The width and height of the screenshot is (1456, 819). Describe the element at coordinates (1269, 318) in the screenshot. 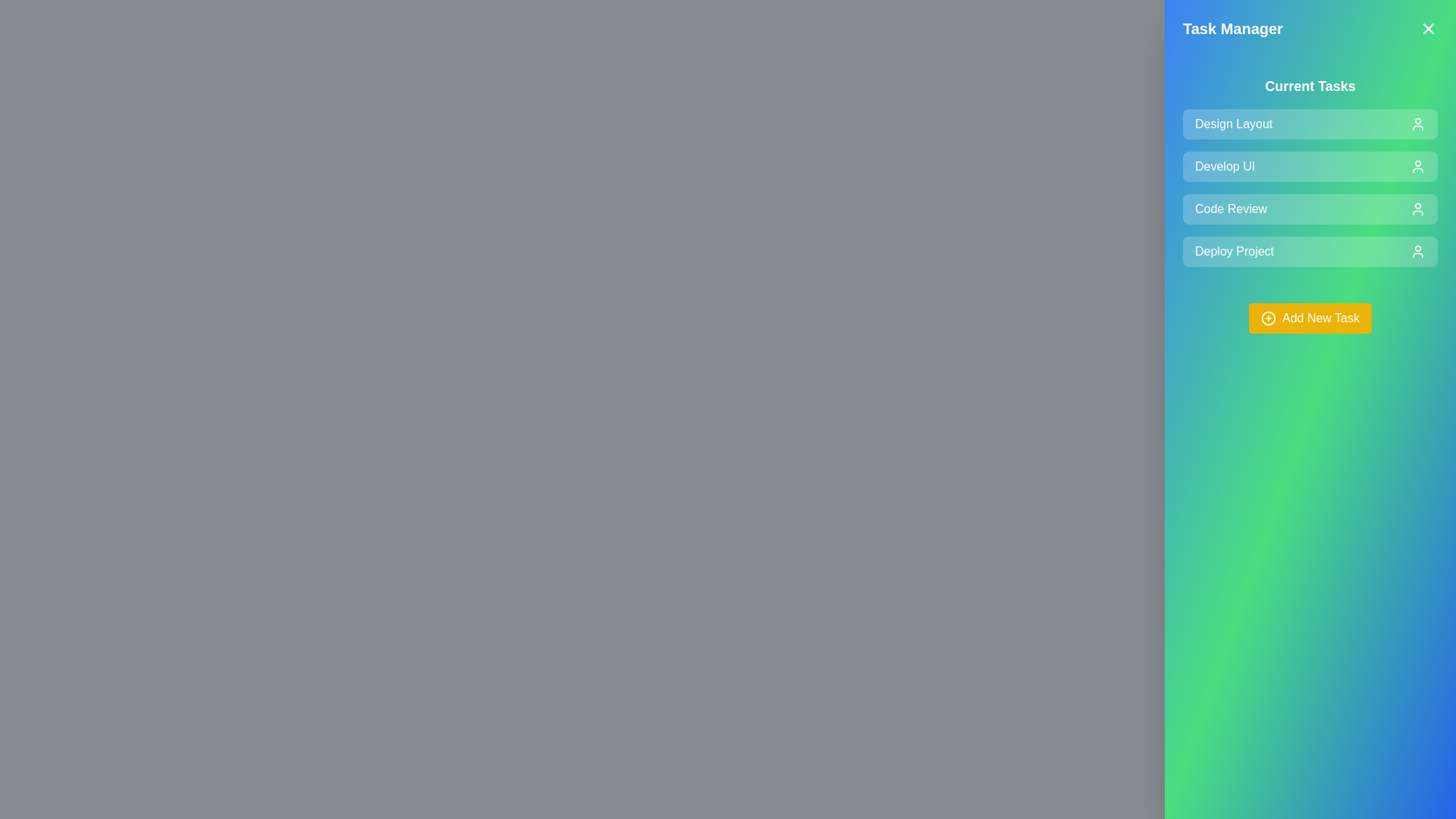

I see `the circular 'plus' icon component, which is part of the 'Add New Task' button located in the lower right sidebar` at that location.